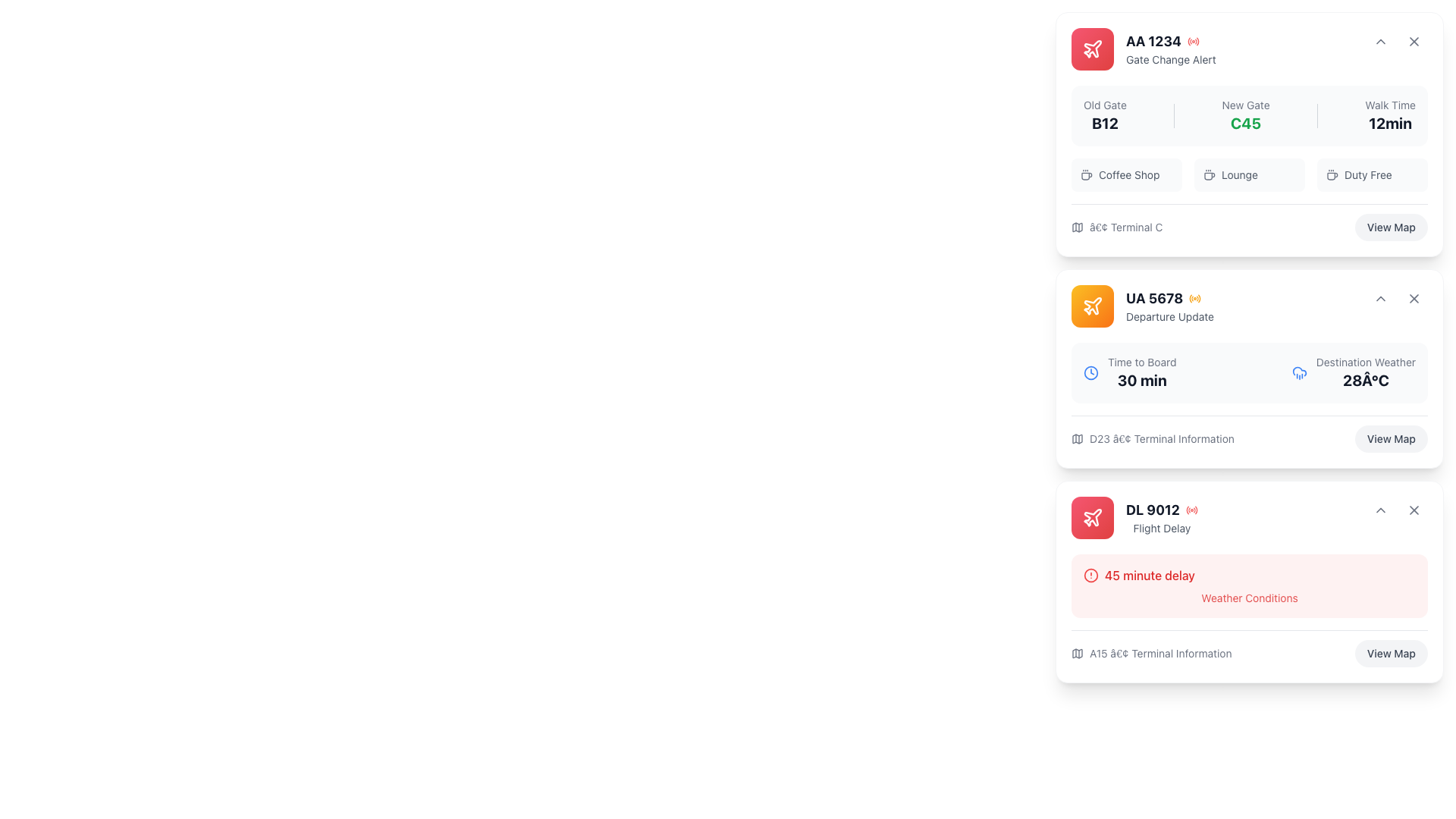 Image resolution: width=1456 pixels, height=819 pixels. What do you see at coordinates (1153, 298) in the screenshot?
I see `the text displaying the flight number located centrally within the second flight information card, which is aligned with an airline icon on the left and additional flight information on the right` at bounding box center [1153, 298].